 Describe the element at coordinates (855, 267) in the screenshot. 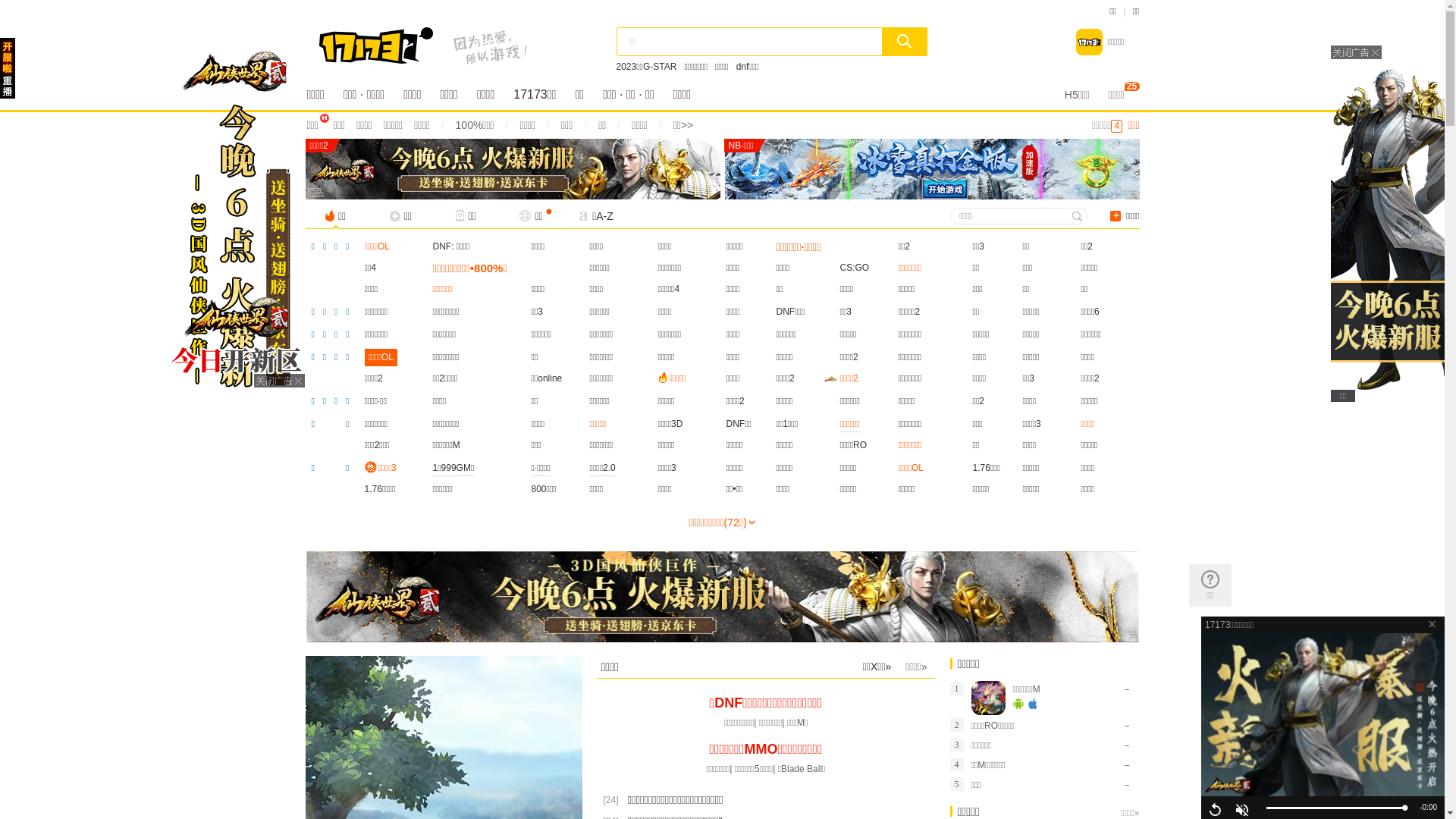

I see `'CS:GO'` at that location.